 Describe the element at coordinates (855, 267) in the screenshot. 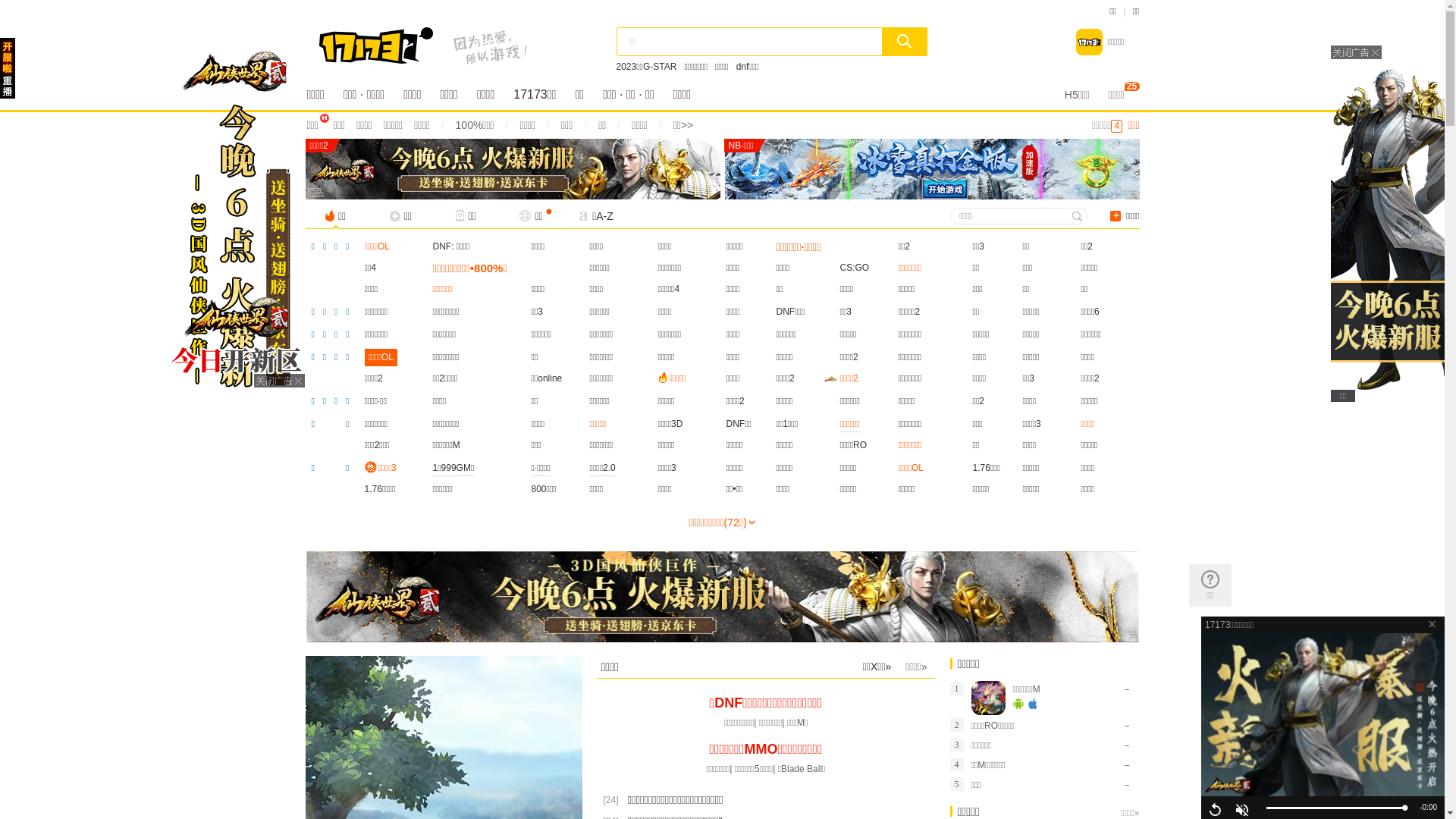

I see `'CS:GO'` at that location.